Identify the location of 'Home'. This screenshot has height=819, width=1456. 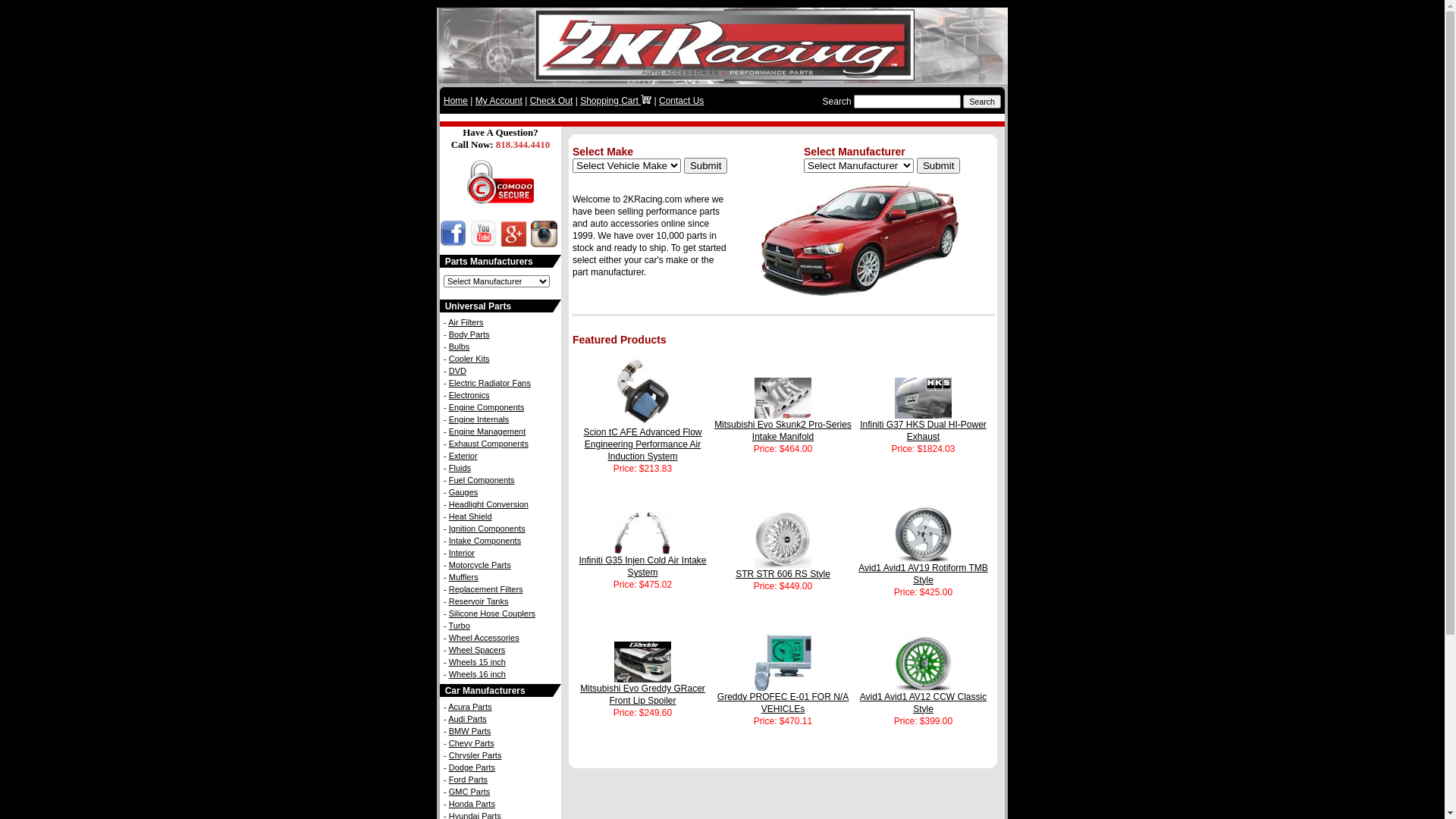
(454, 100).